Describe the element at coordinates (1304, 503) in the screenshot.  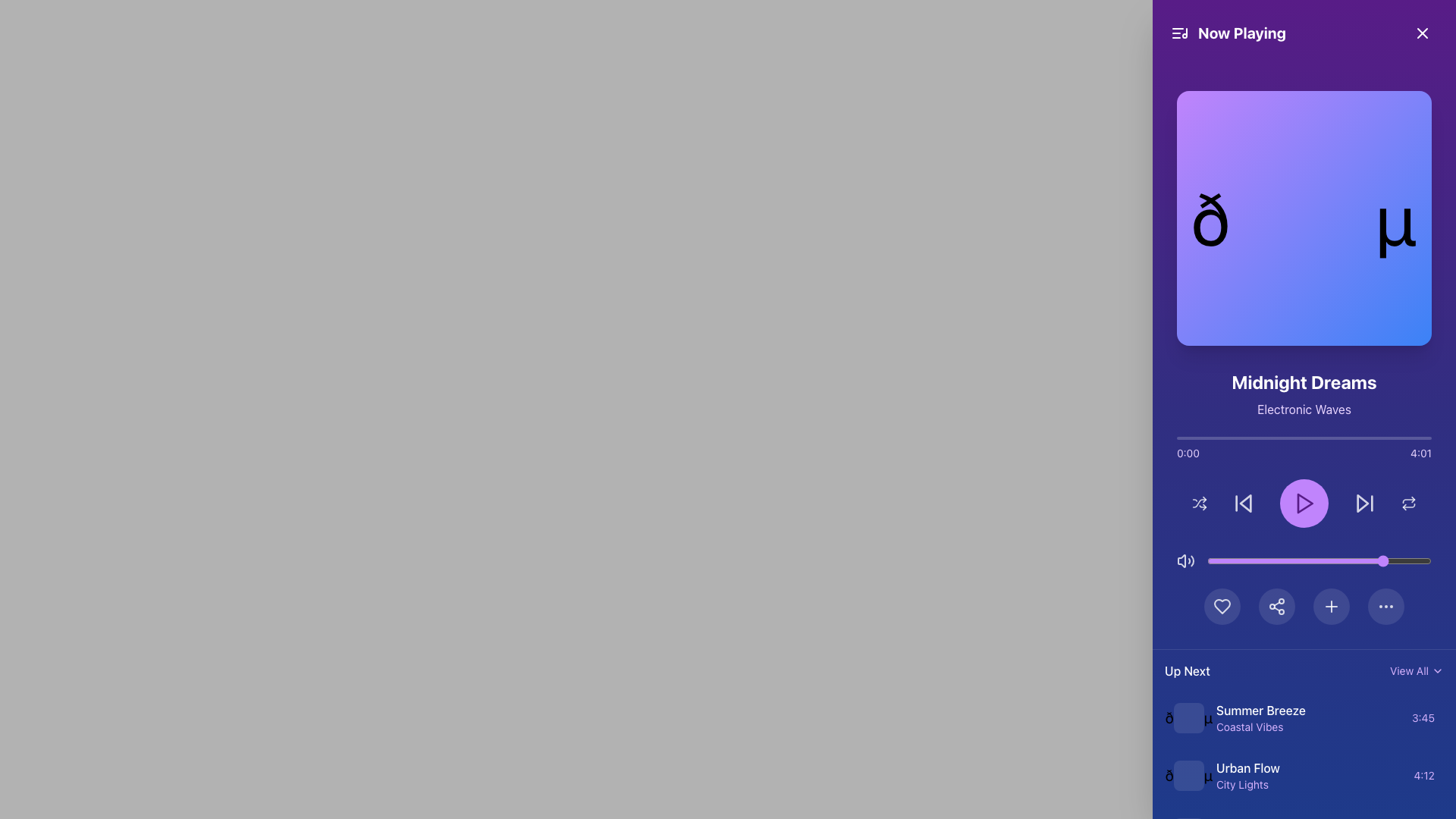
I see `the play button located at the bottom-center of the interface` at that location.